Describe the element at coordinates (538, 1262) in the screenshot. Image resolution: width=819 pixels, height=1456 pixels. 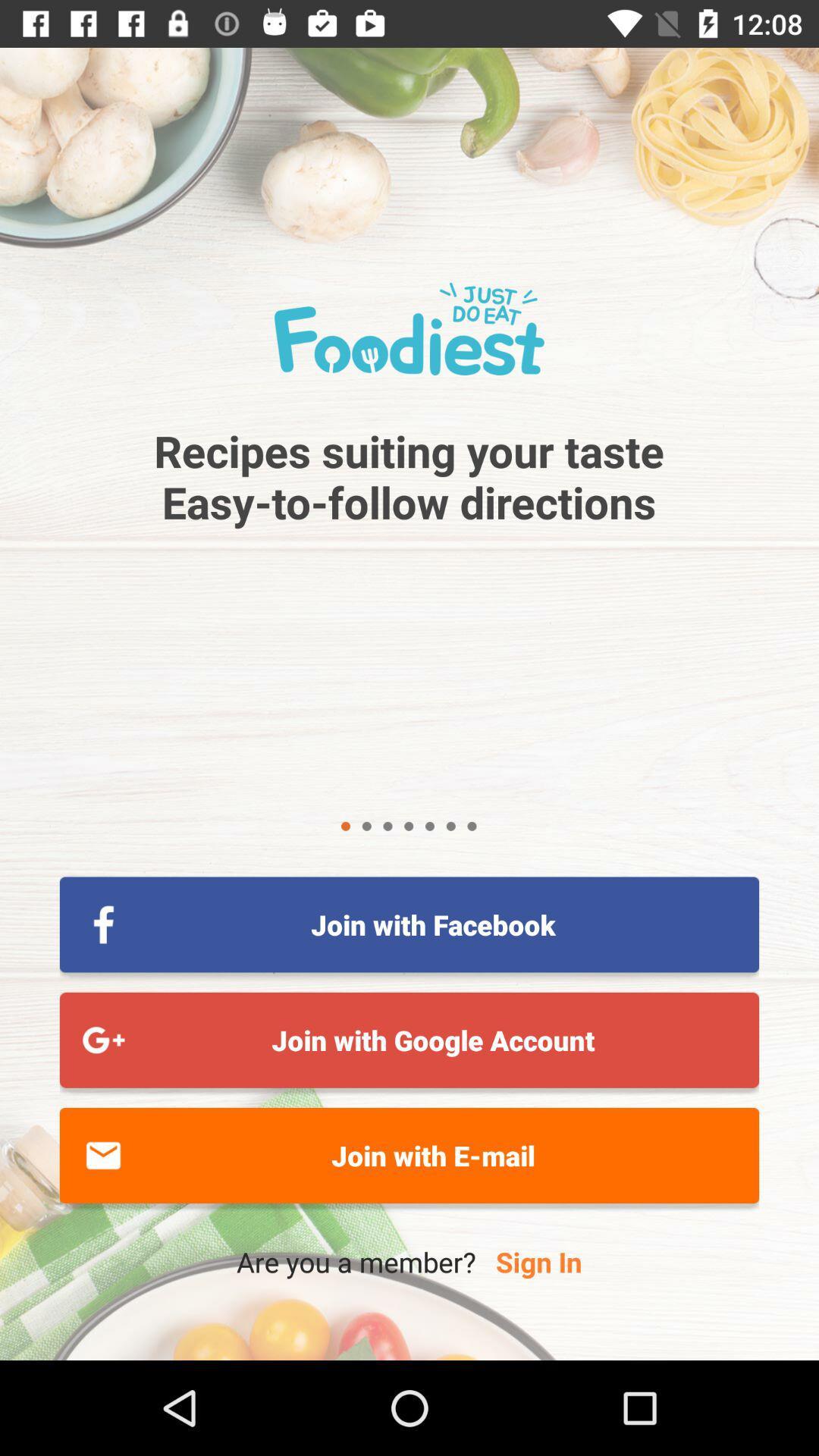
I see `the sign in item` at that location.